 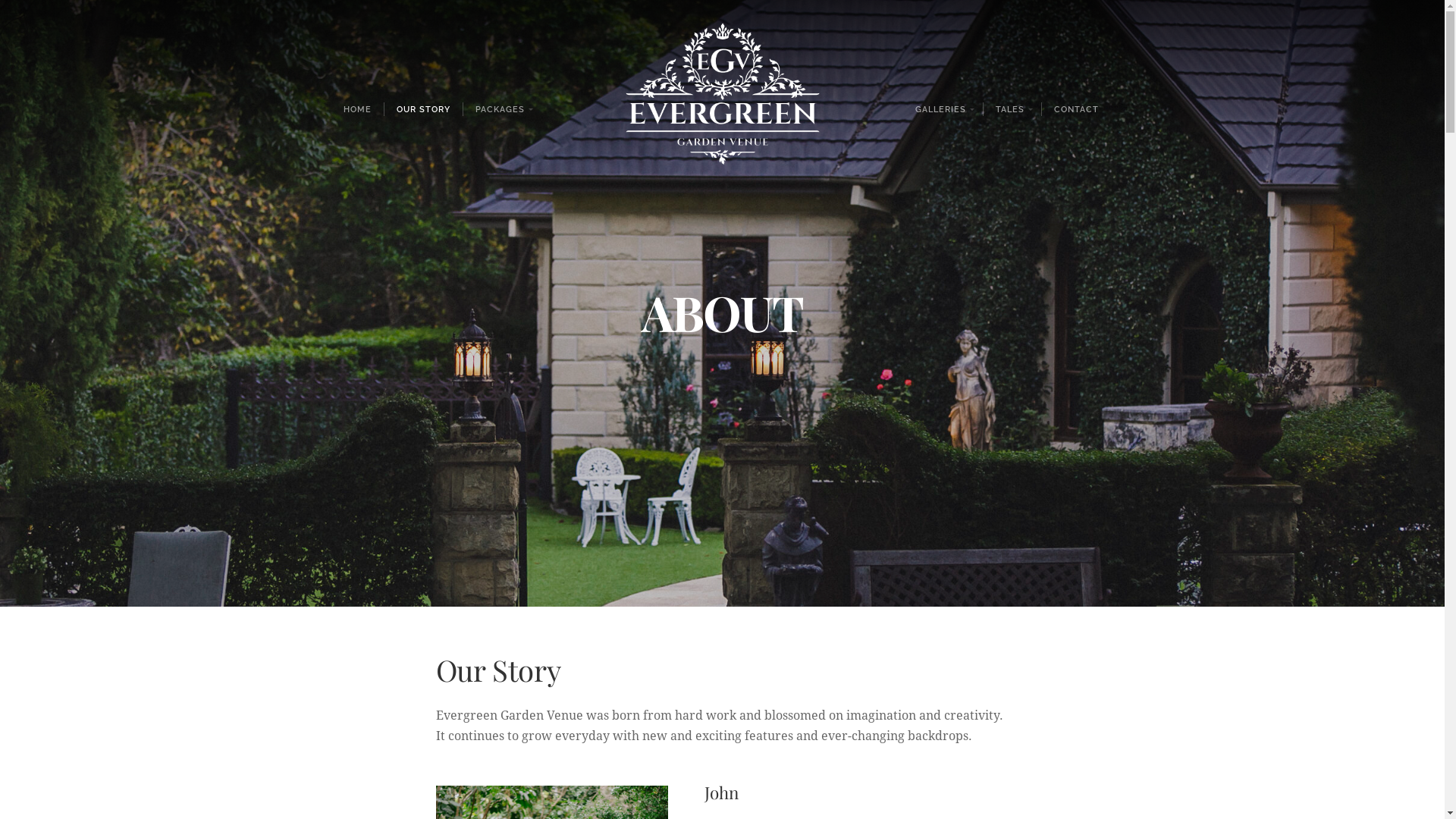 I want to click on 'CONTACT', so click(x=1075, y=108).